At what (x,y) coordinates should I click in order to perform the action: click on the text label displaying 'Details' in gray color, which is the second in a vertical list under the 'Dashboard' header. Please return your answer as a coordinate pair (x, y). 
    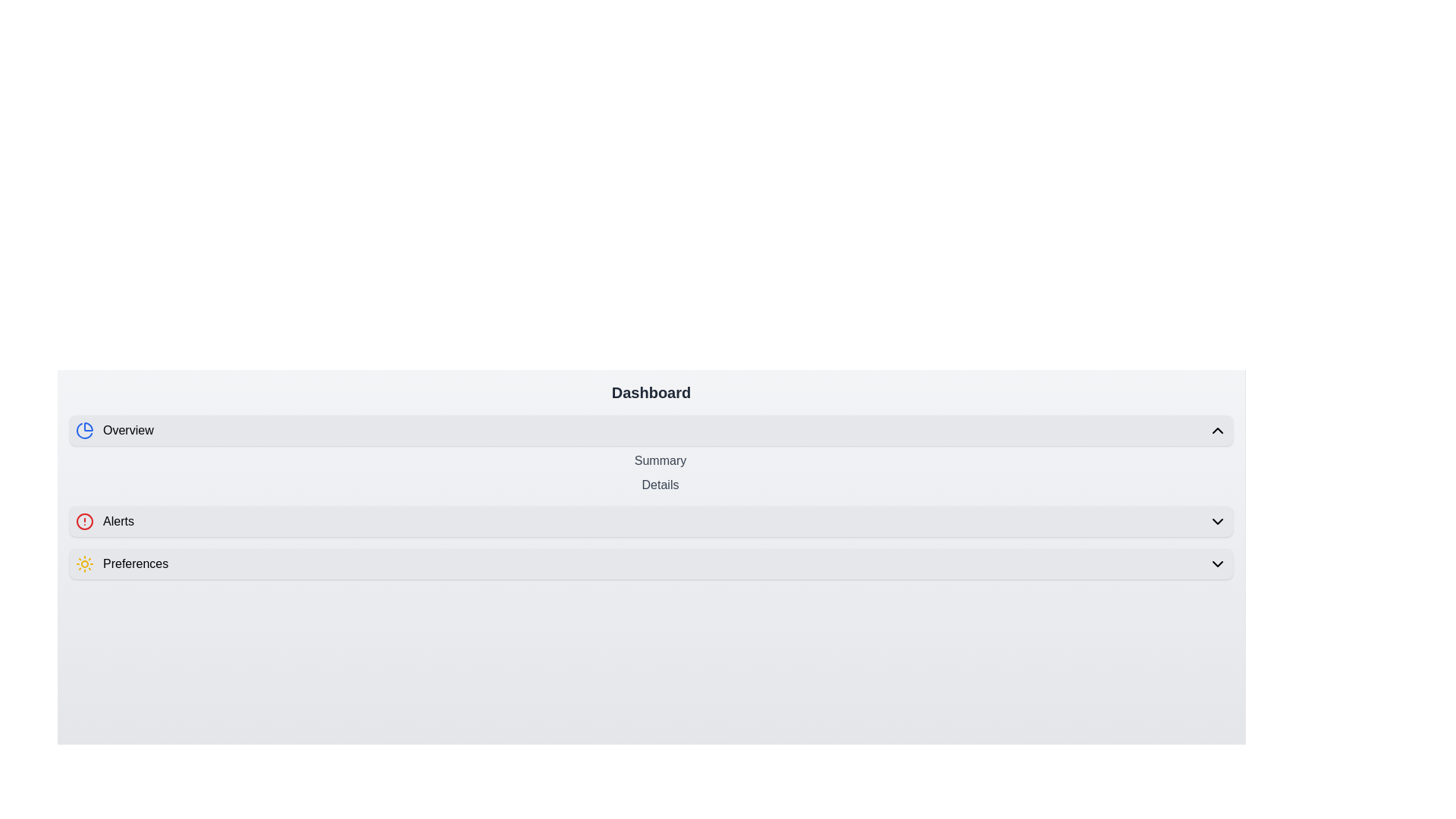
    Looking at the image, I should click on (660, 485).